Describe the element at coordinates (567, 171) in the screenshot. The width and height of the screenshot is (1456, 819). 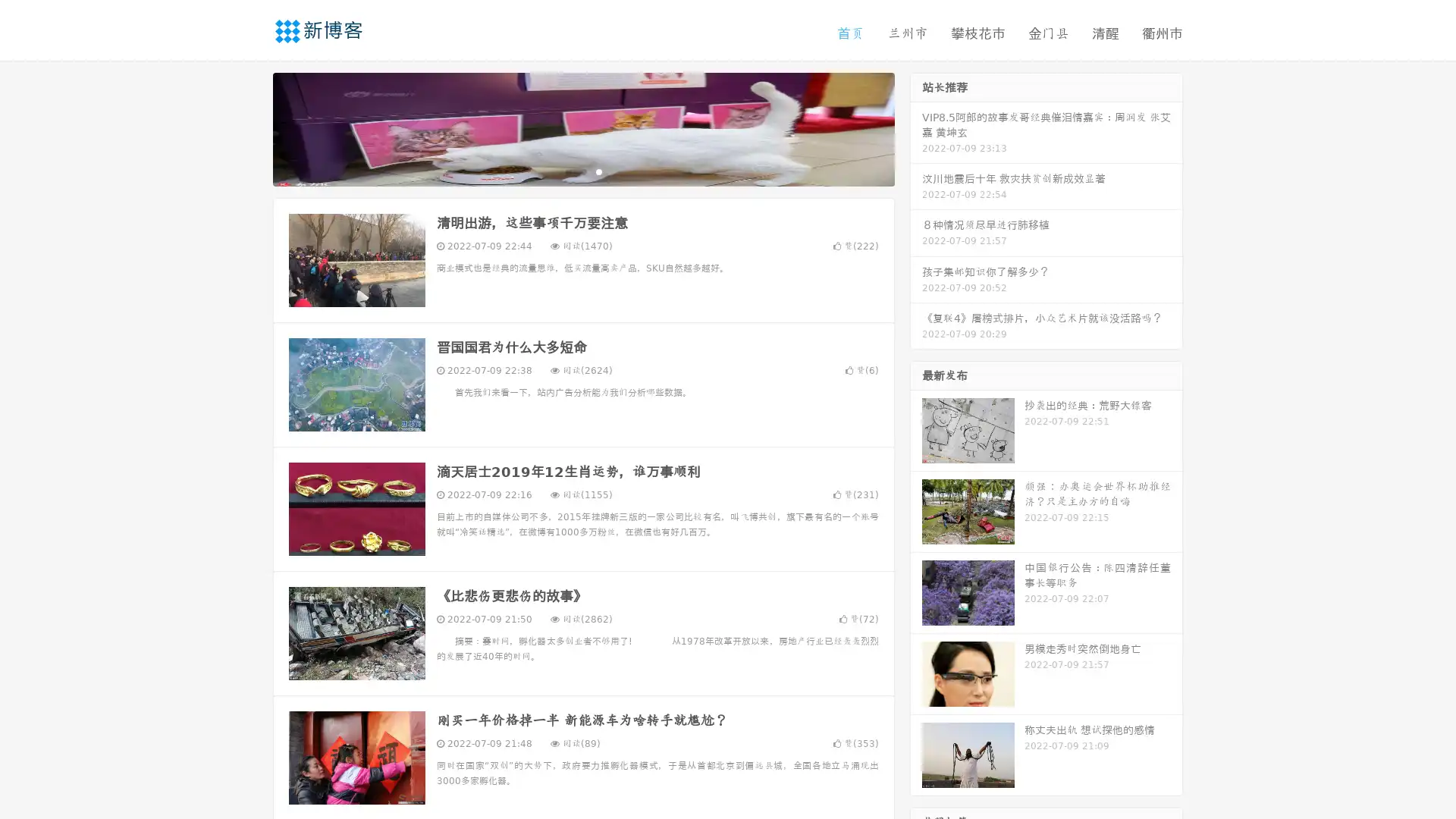
I see `Go to slide 1` at that location.